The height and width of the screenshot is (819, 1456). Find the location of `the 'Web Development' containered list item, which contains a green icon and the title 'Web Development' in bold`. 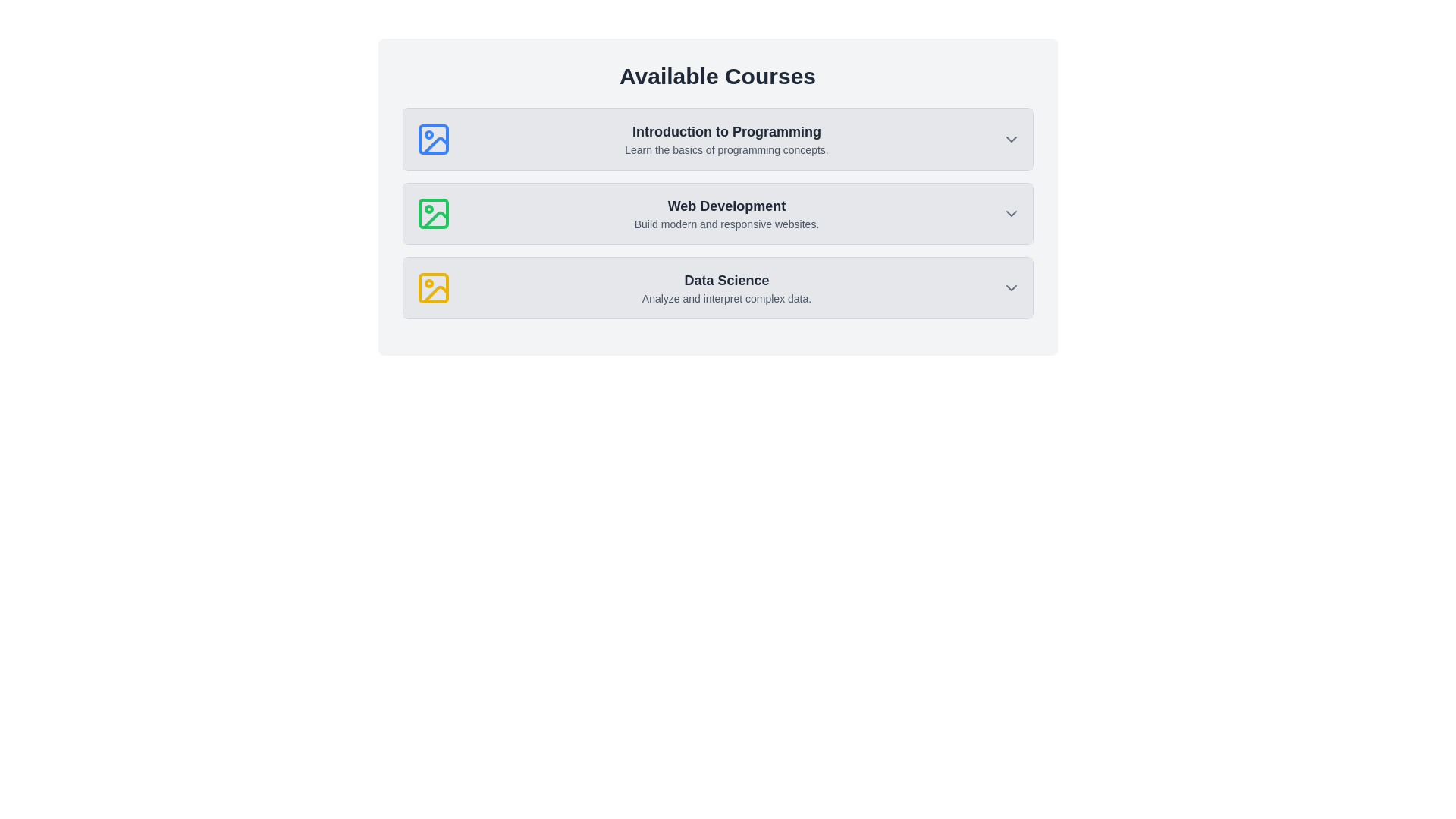

the 'Web Development' containered list item, which contains a green icon and the title 'Web Development' in bold is located at coordinates (717, 213).